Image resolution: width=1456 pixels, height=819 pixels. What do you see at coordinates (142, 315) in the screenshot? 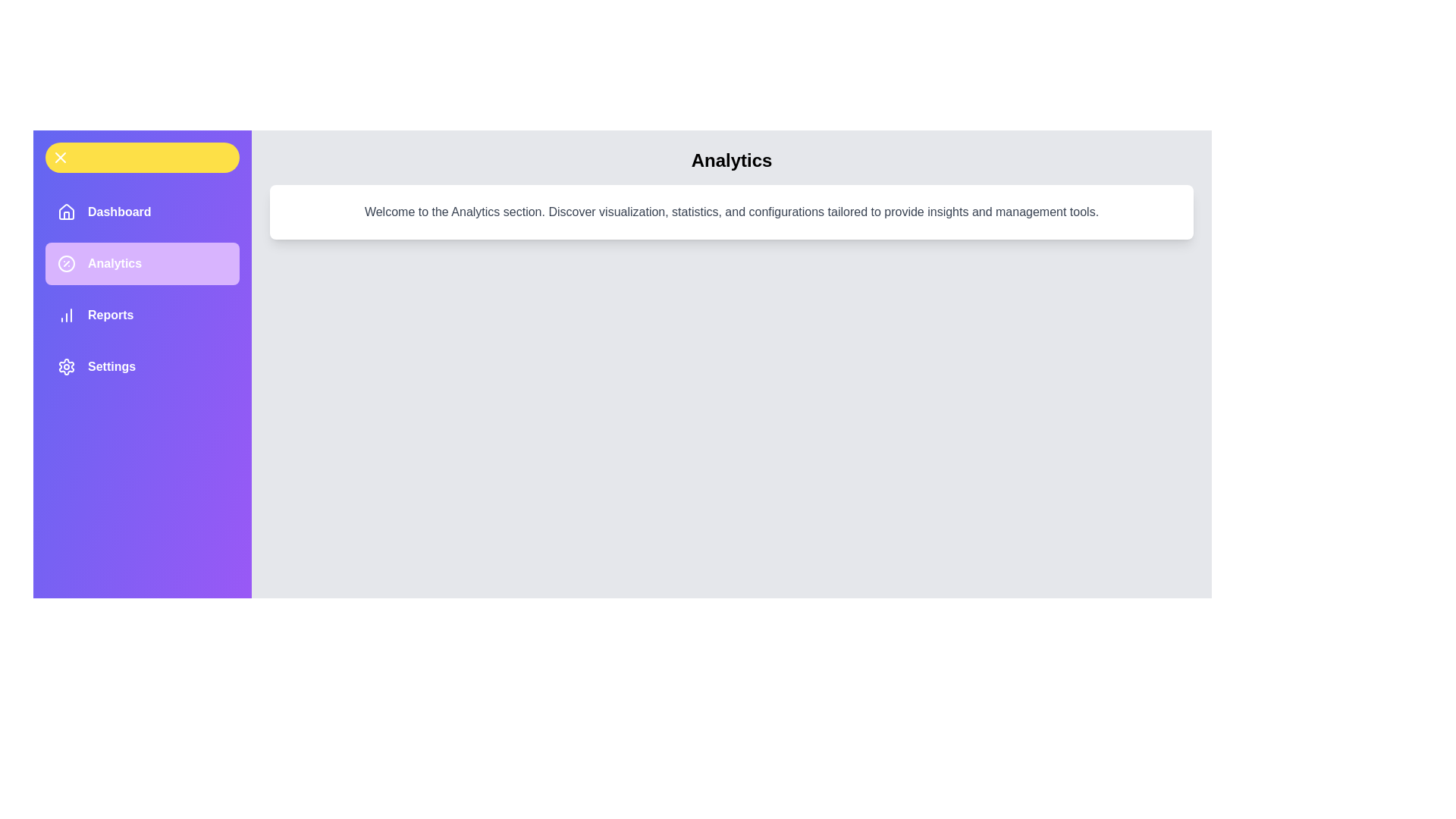
I see `the menu item labeled Reports to observe its hover effect` at bounding box center [142, 315].